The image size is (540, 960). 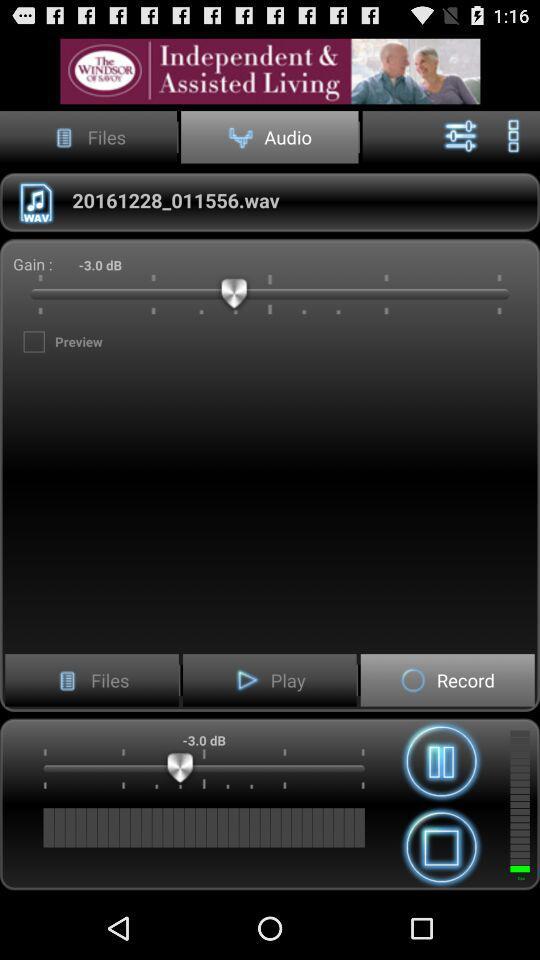 I want to click on clicks the advertisement, so click(x=270, y=71).